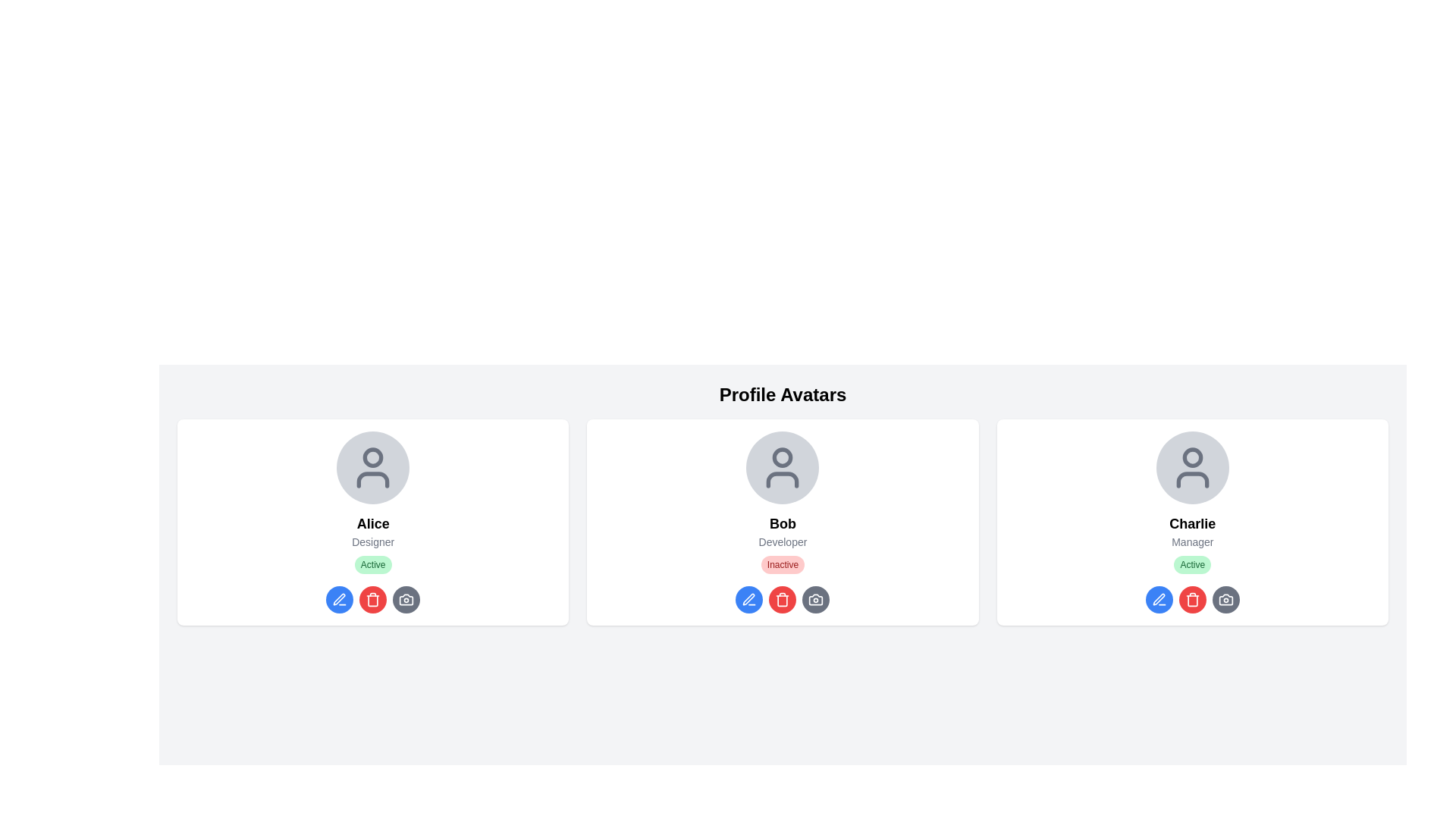  What do you see at coordinates (373, 457) in the screenshot?
I see `the decorative graphical element at the top center of Alice's profile card in the Profile Avatars section` at bounding box center [373, 457].